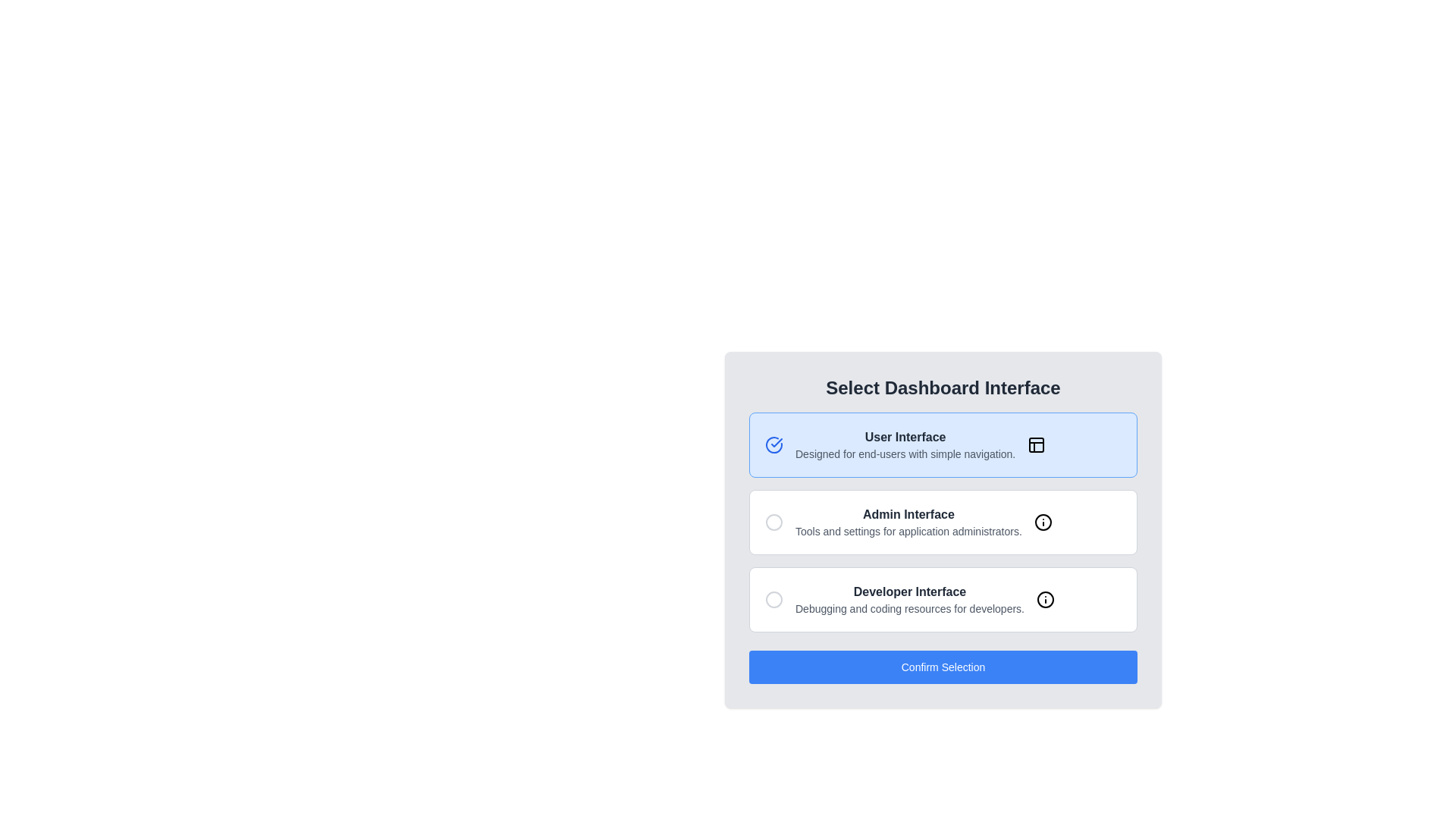  Describe the element at coordinates (774, 522) in the screenshot. I see `the radio button for the 'Admin Interface' option` at that location.